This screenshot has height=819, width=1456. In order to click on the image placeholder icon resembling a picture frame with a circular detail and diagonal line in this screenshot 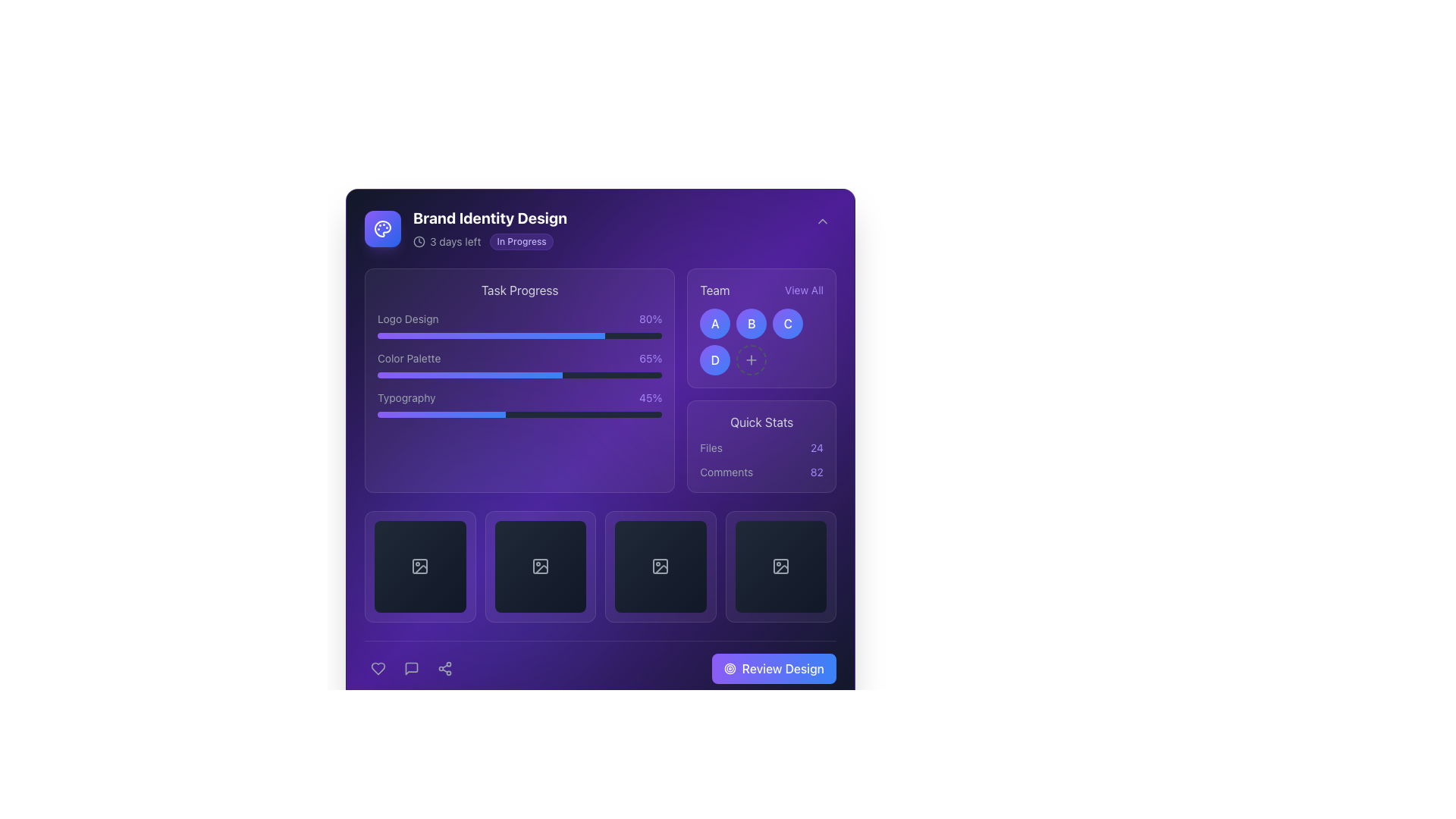, I will do `click(780, 566)`.